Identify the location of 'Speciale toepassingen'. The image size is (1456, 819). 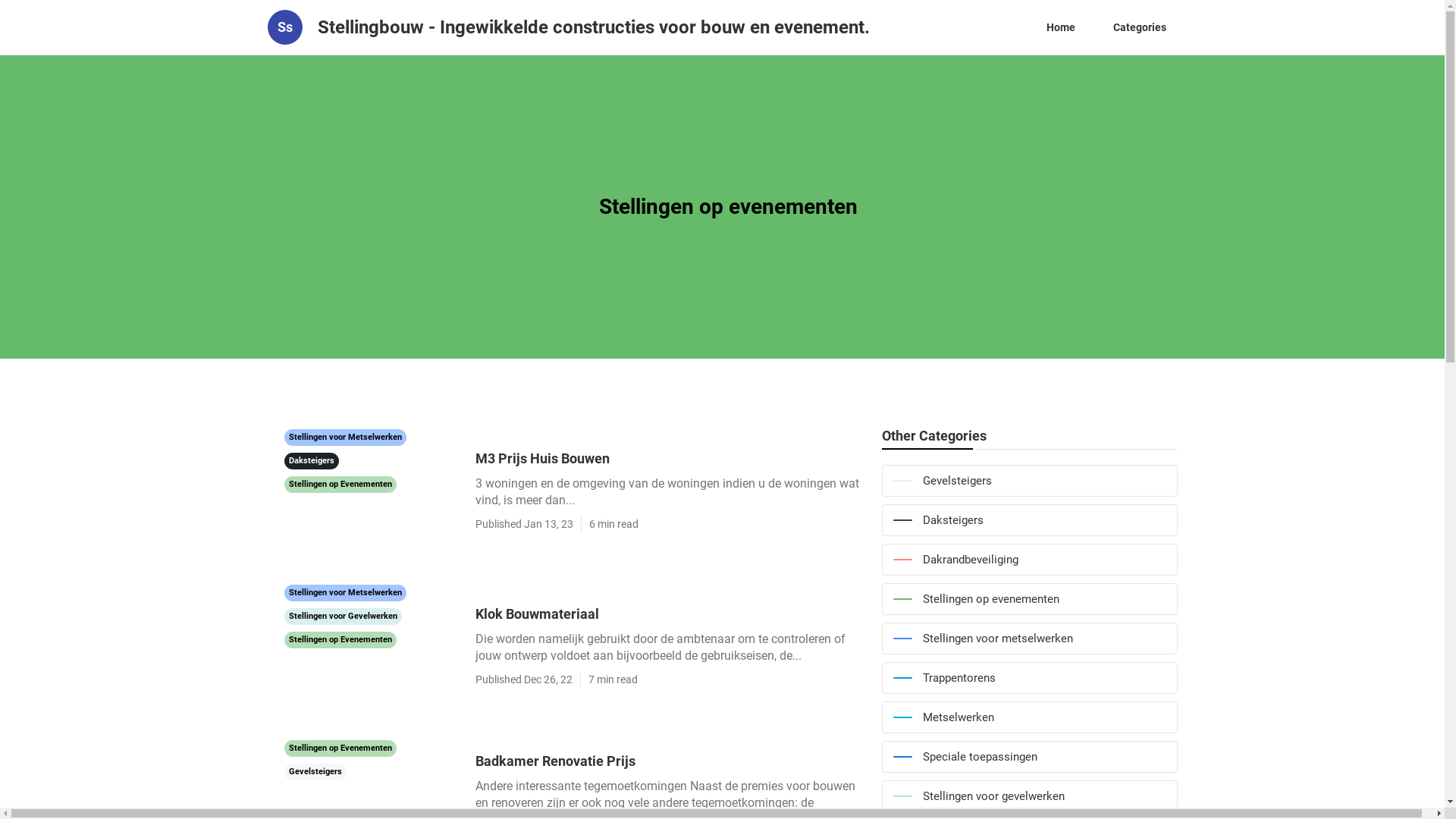
(1029, 757).